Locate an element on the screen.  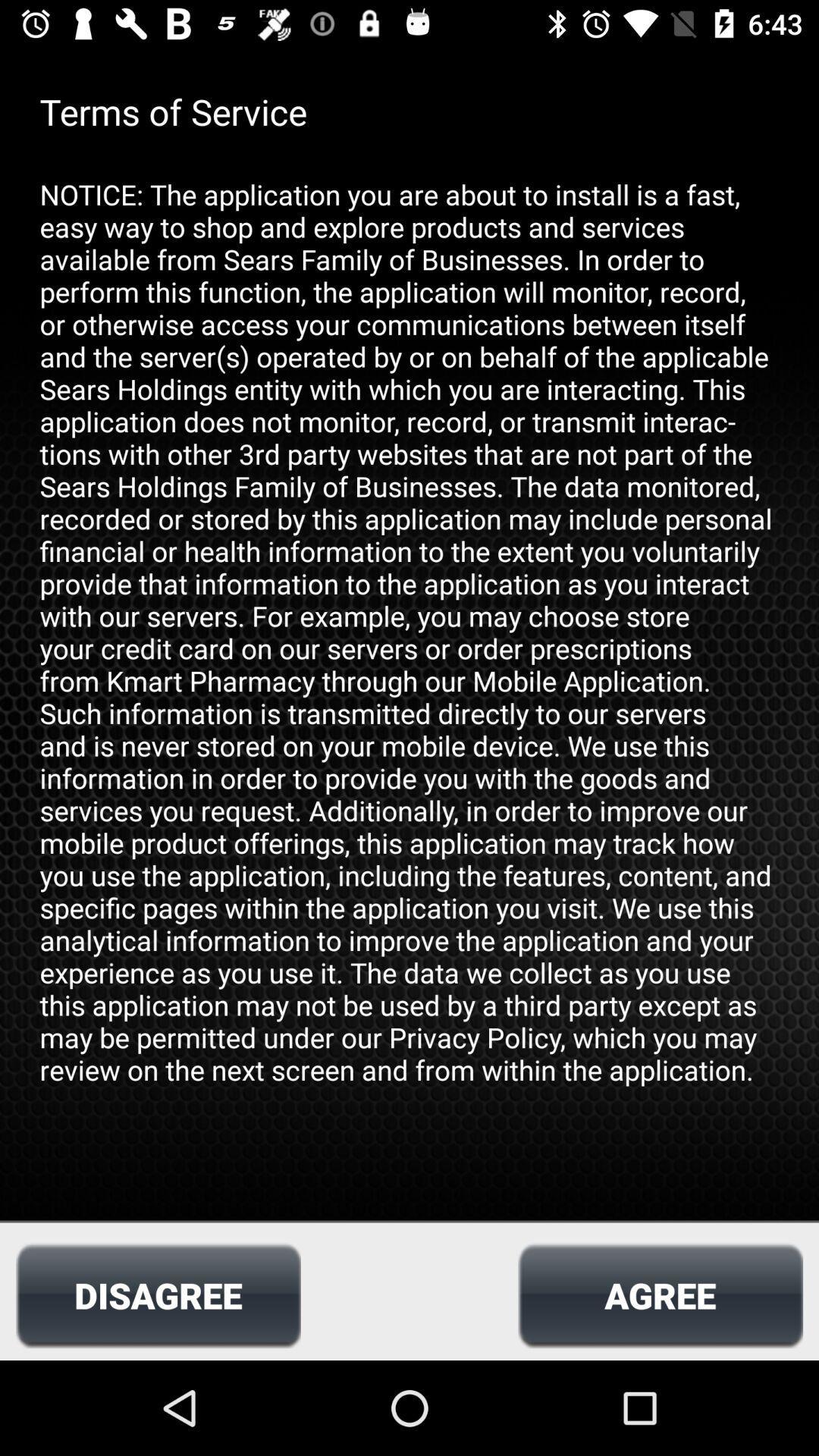
the icon next to agree item is located at coordinates (158, 1294).